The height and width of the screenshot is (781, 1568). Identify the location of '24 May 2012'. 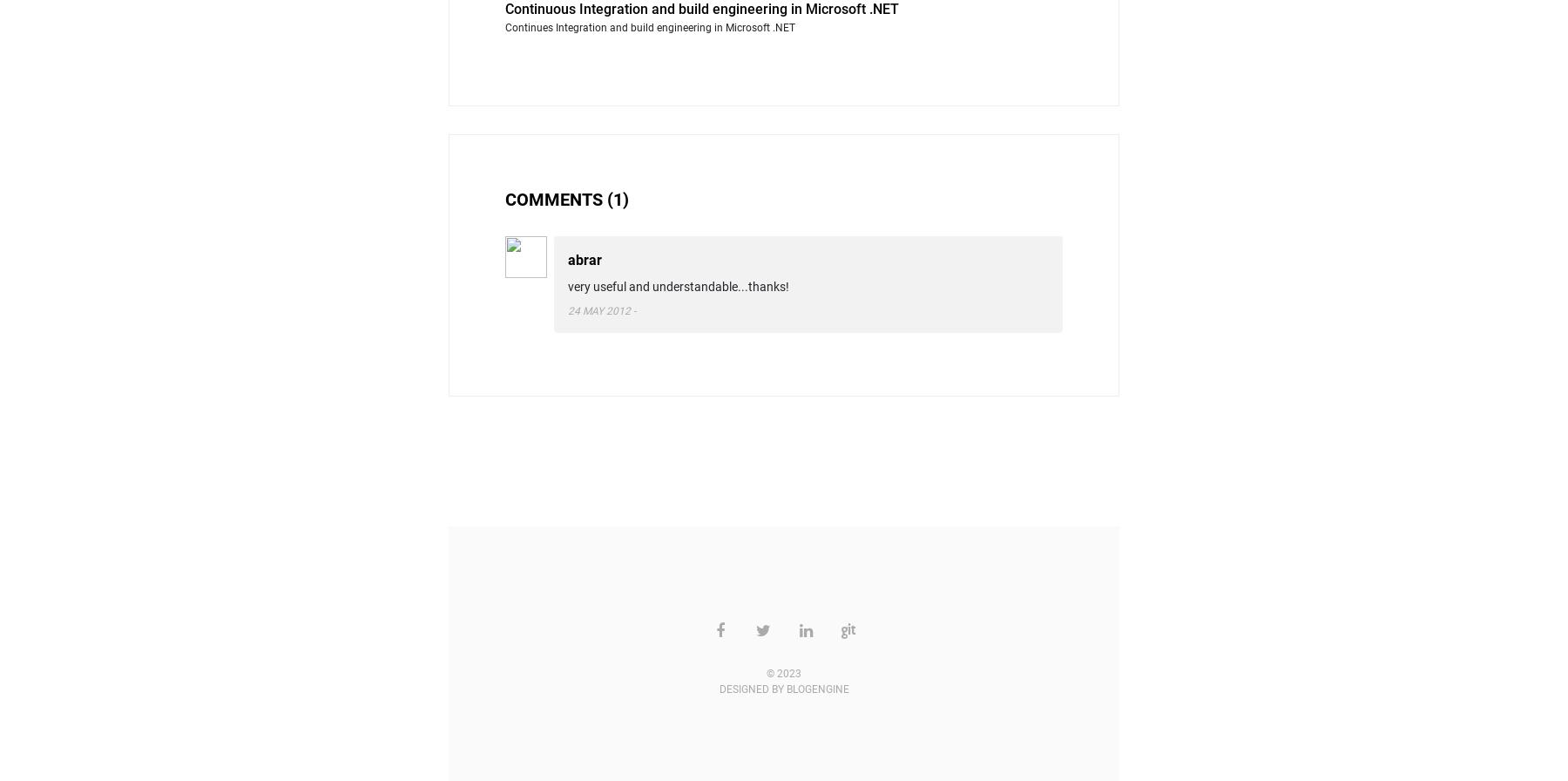
(598, 309).